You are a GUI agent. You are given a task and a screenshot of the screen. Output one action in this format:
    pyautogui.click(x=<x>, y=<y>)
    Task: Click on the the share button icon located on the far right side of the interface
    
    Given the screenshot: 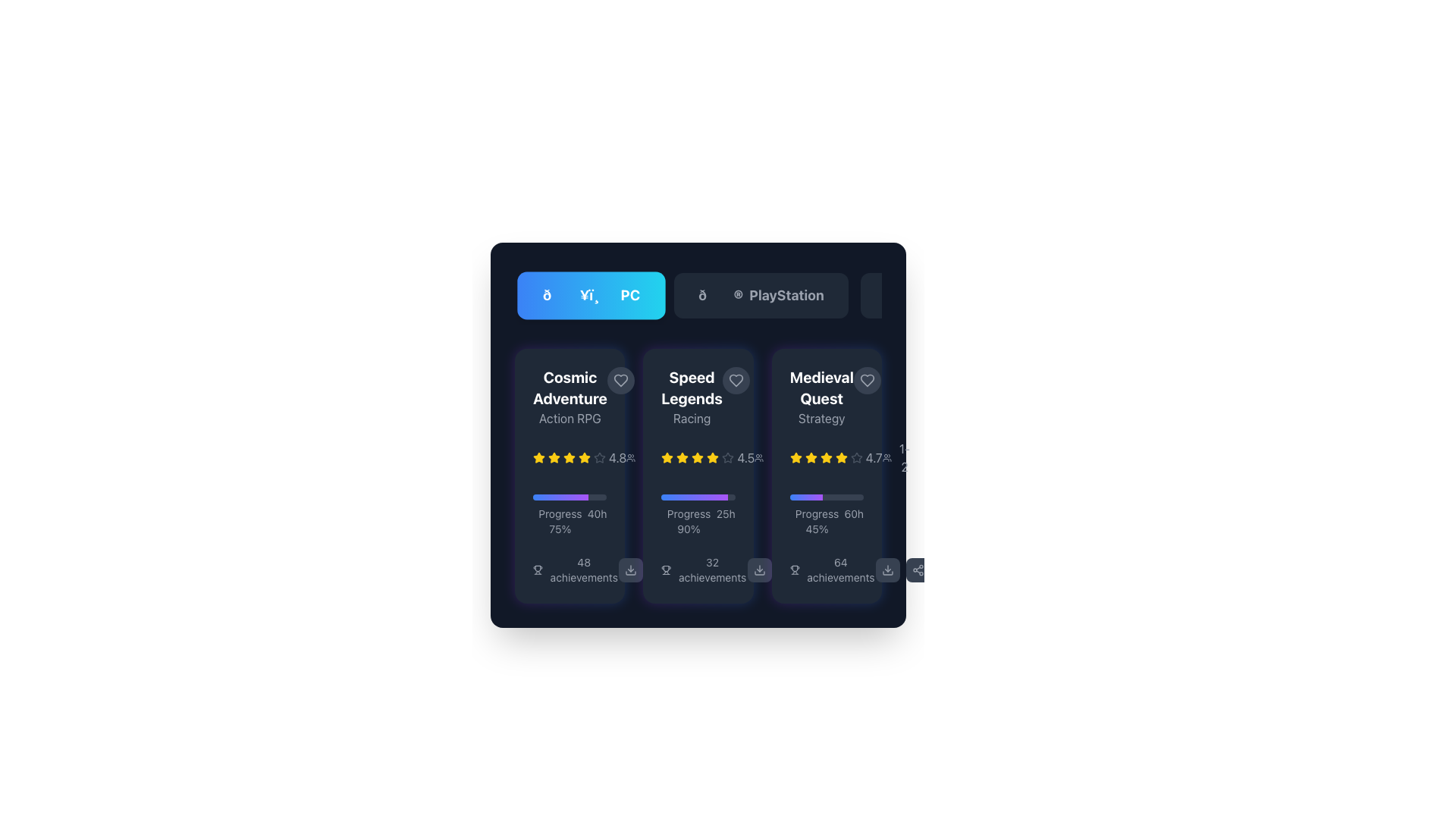 What is the action you would take?
    pyautogui.click(x=661, y=570)
    